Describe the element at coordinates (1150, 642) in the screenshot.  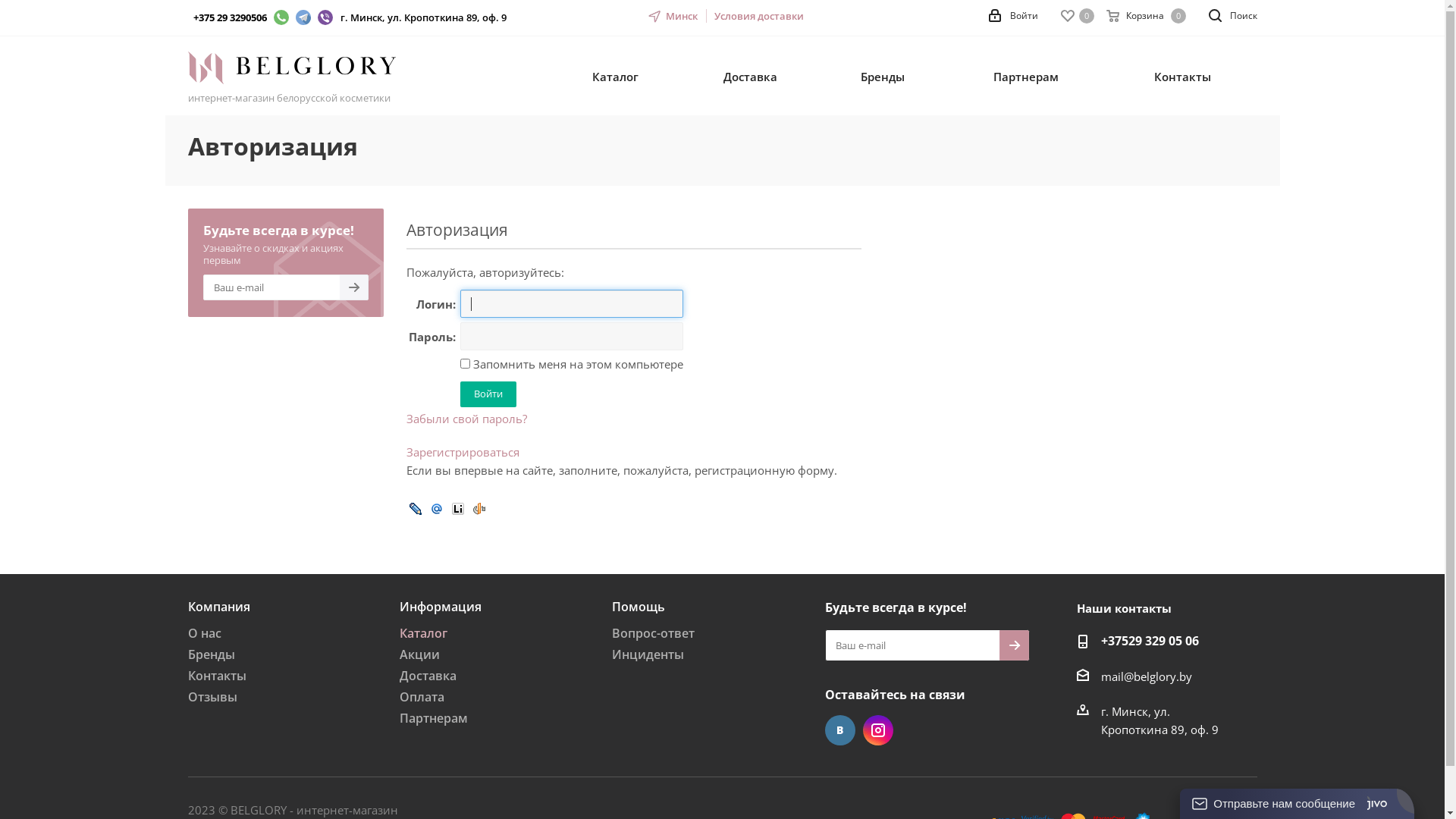
I see `'+37529 329 05 06'` at that location.